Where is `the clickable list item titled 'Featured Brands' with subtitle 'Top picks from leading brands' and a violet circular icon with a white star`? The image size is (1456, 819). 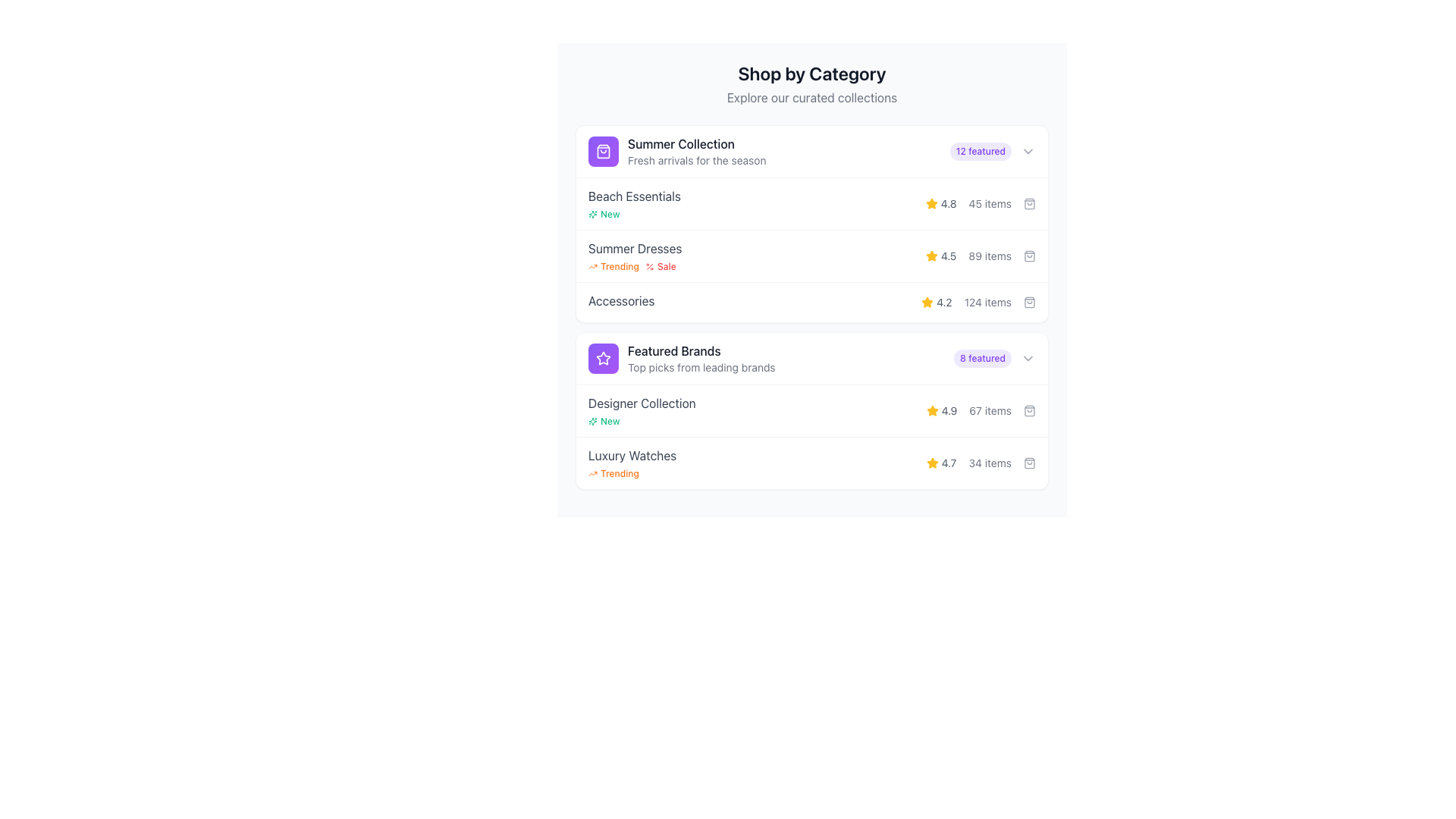 the clickable list item titled 'Featured Brands' with subtitle 'Top picks from leading brands' and a violet circular icon with a white star is located at coordinates (681, 359).